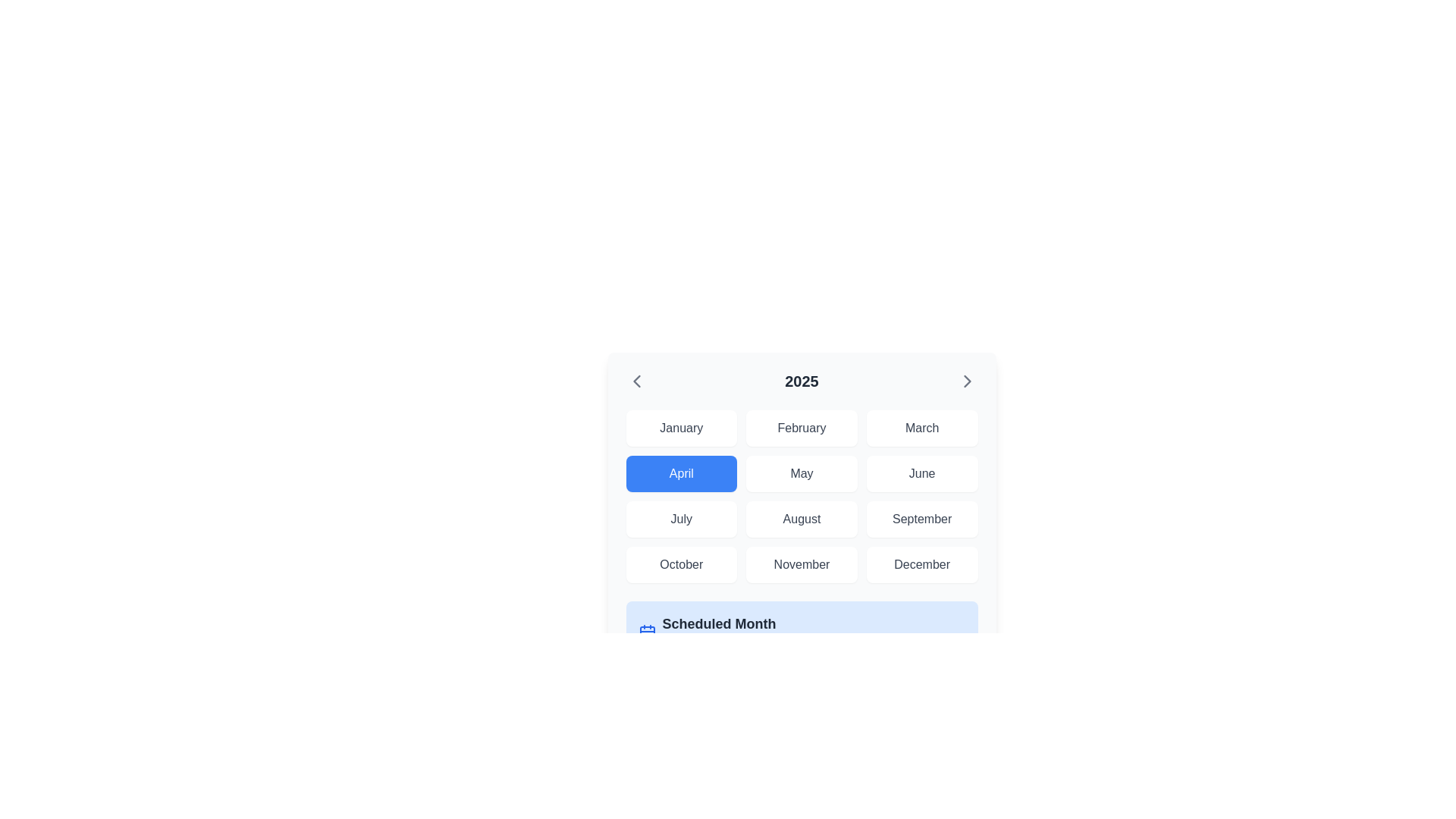 This screenshot has height=819, width=1456. I want to click on the 'March' button, which is a rectangular button with a white background and gray text, located in the grid layout of month names, so click(921, 428).